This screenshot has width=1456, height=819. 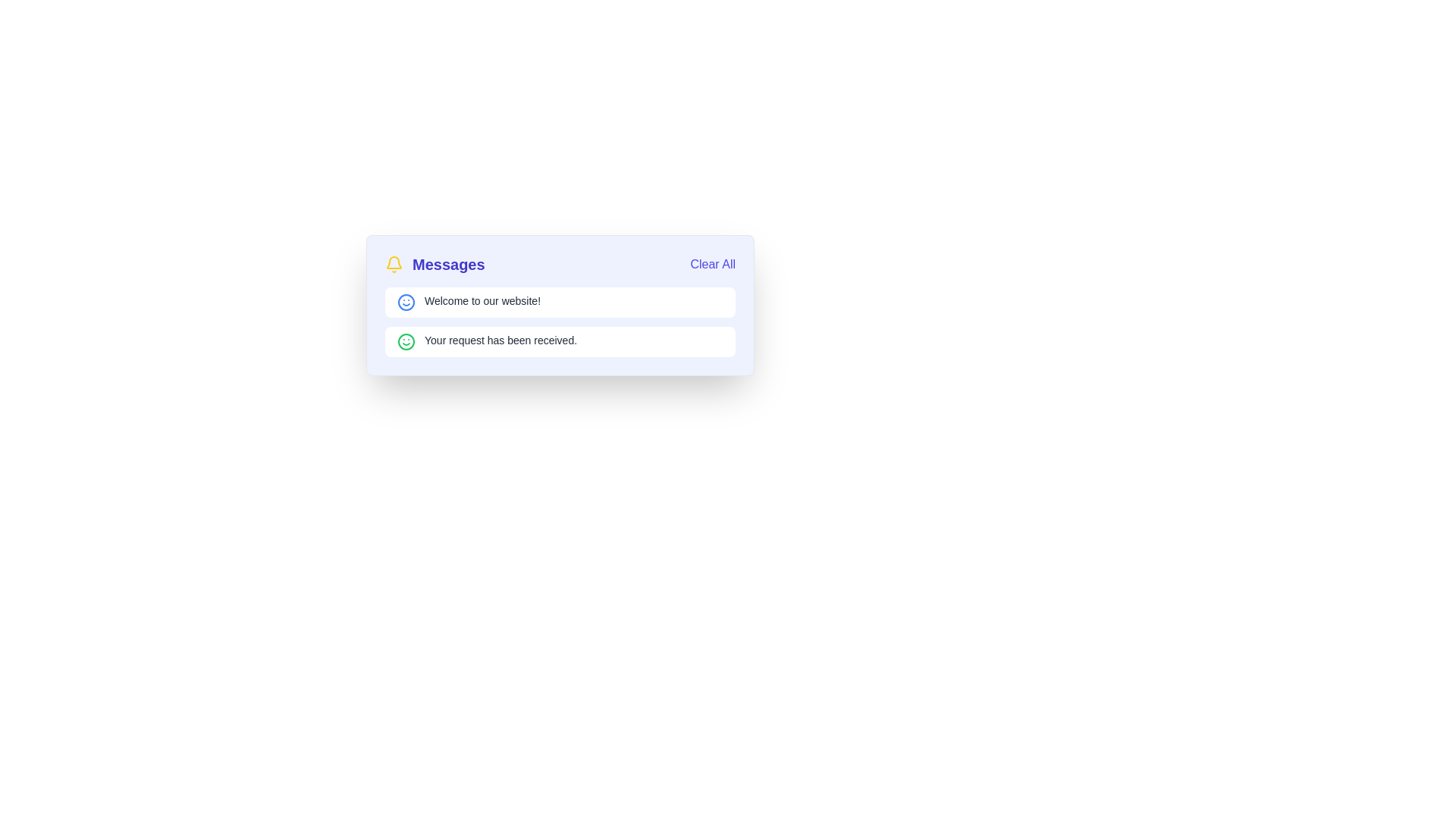 I want to click on the 'Clear All' button, which is displayed in bold indigo text and indicates interactivity with an underline effect on hover, located on the right side of the 'Messages' header, so click(x=712, y=263).